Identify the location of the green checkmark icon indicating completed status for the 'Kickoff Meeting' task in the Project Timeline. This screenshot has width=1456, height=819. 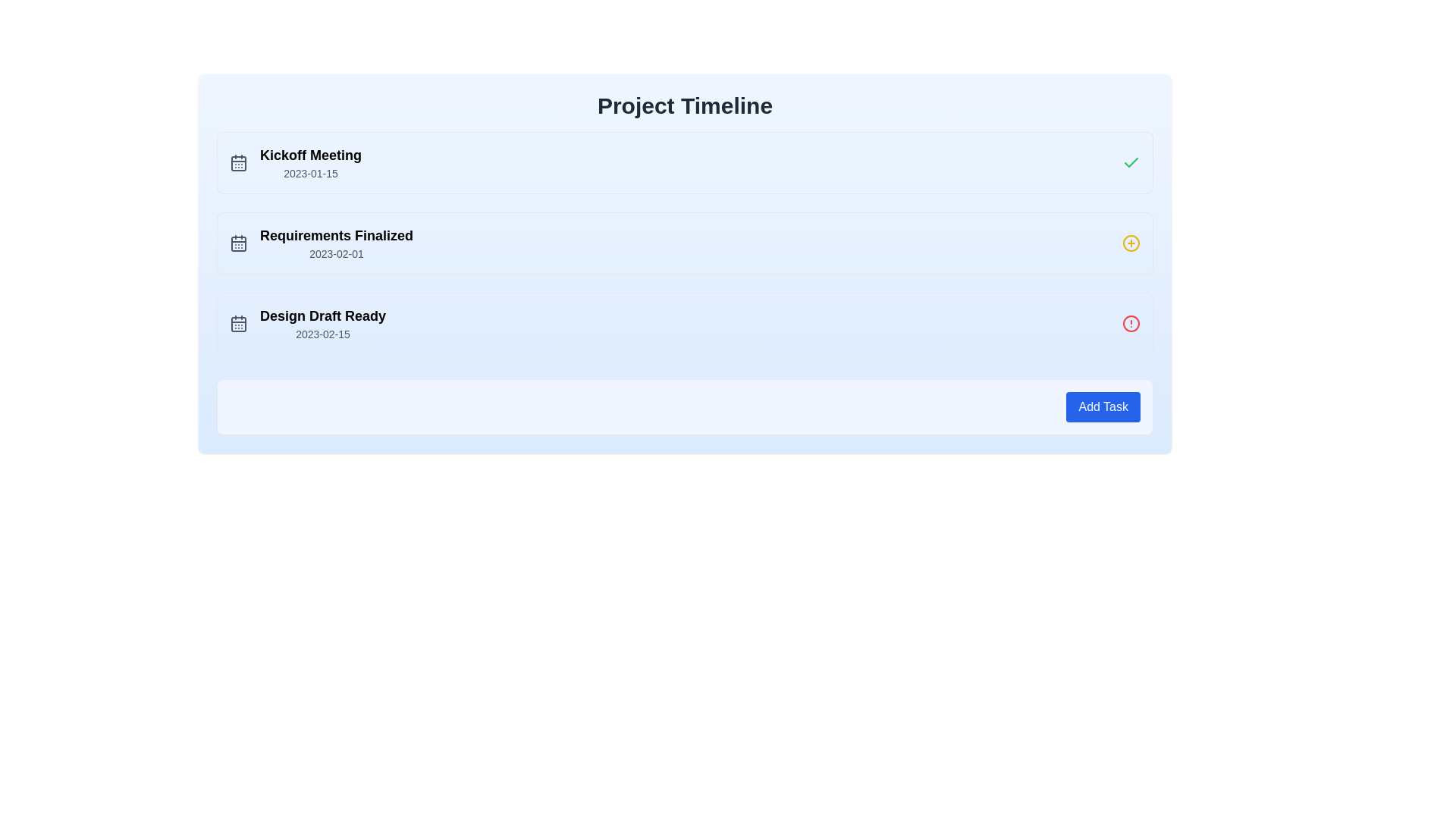
(1131, 162).